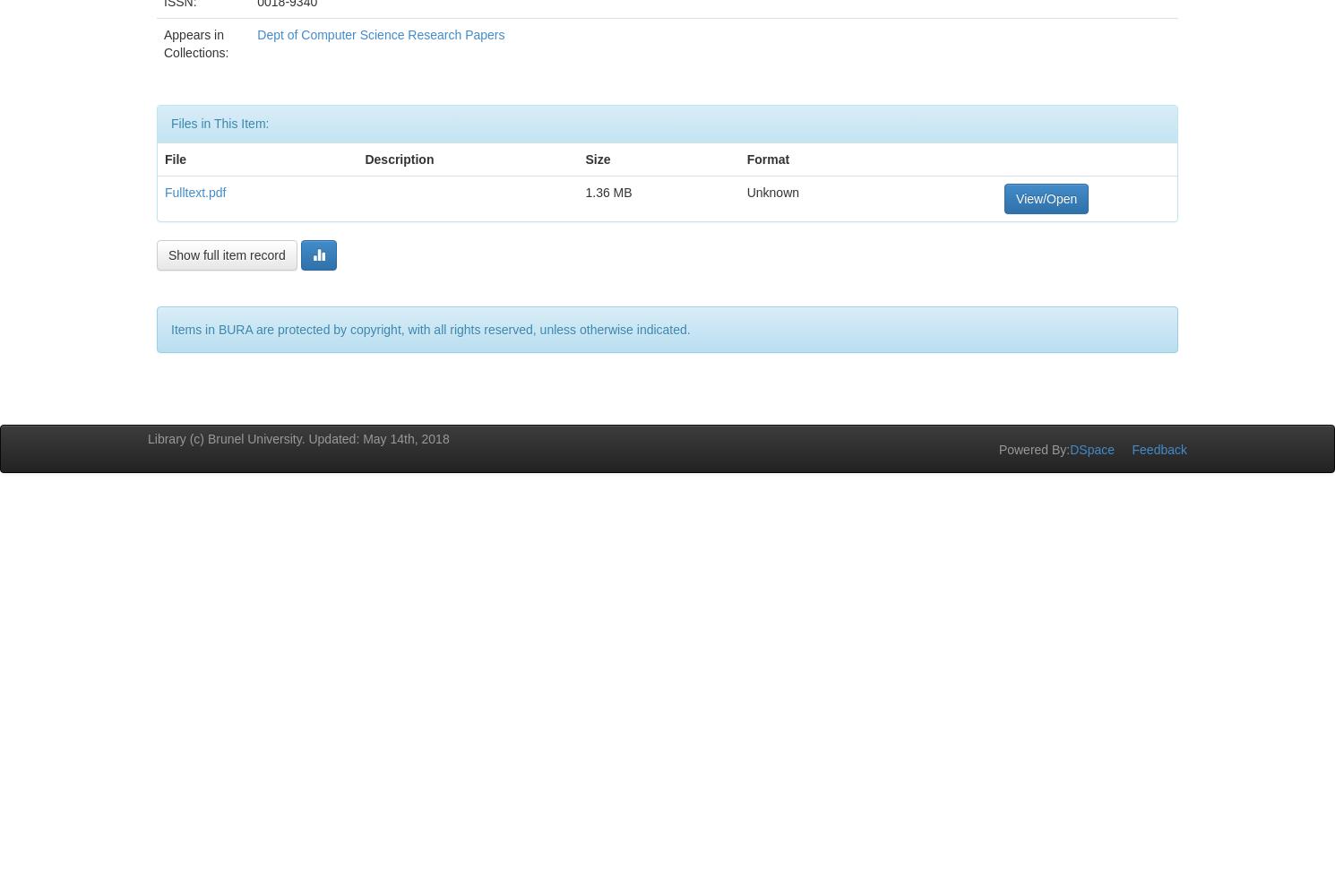  What do you see at coordinates (585, 191) in the screenshot?
I see `'1.36 MB'` at bounding box center [585, 191].